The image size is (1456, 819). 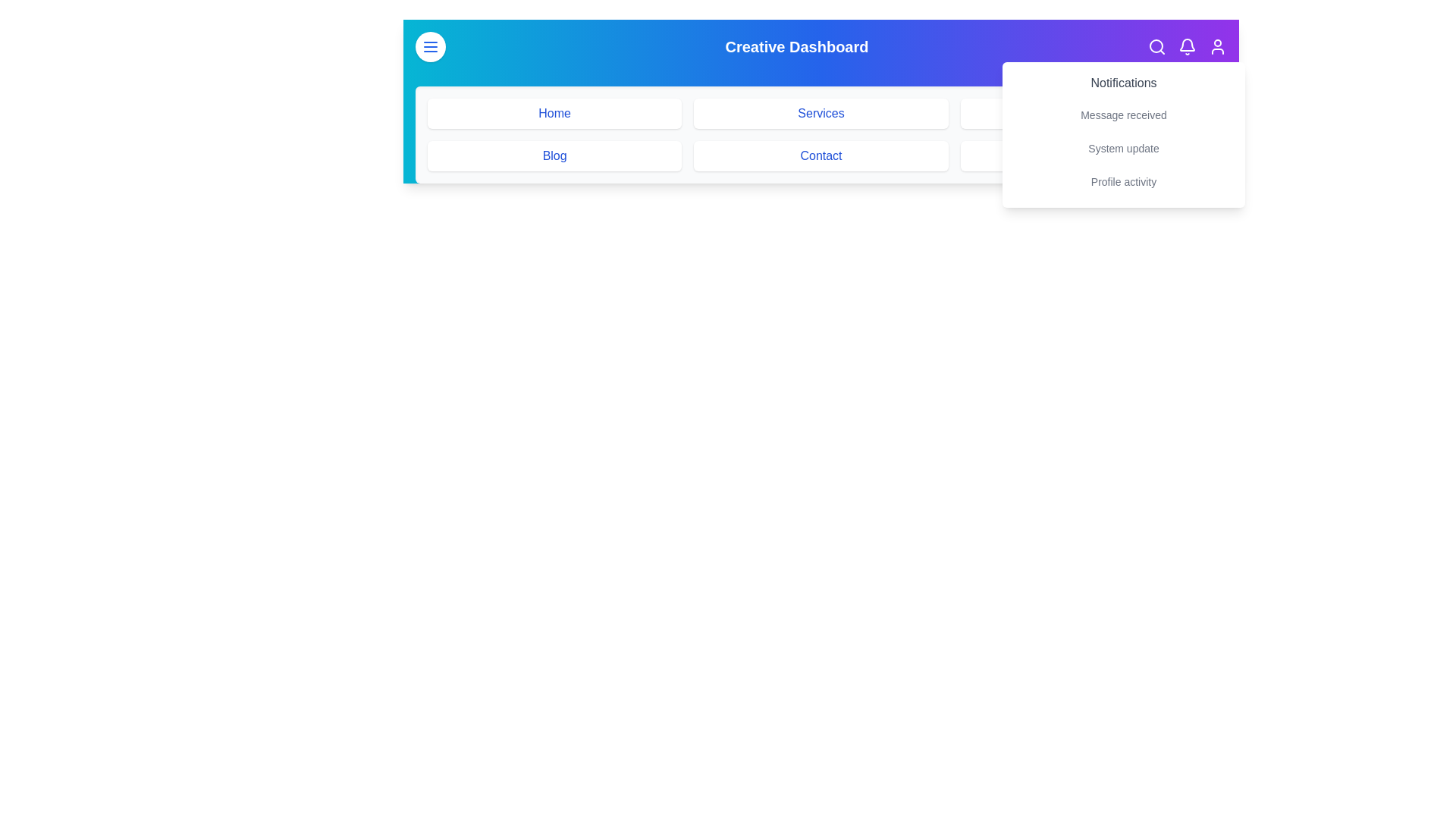 What do you see at coordinates (1186, 45) in the screenshot?
I see `the bell icon to toggle the notifications panel` at bounding box center [1186, 45].